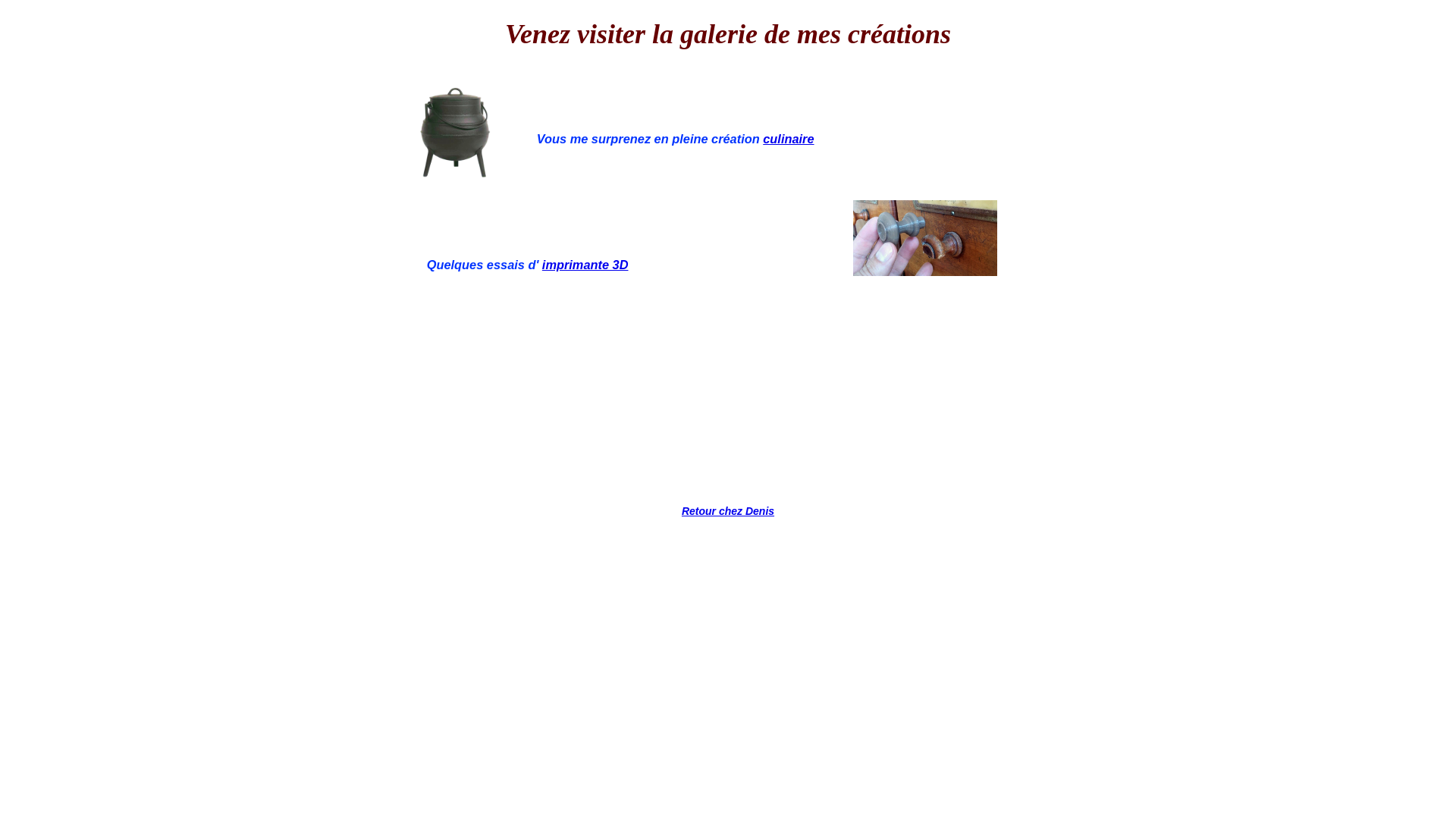  What do you see at coordinates (788, 138) in the screenshot?
I see `'culinaire'` at bounding box center [788, 138].